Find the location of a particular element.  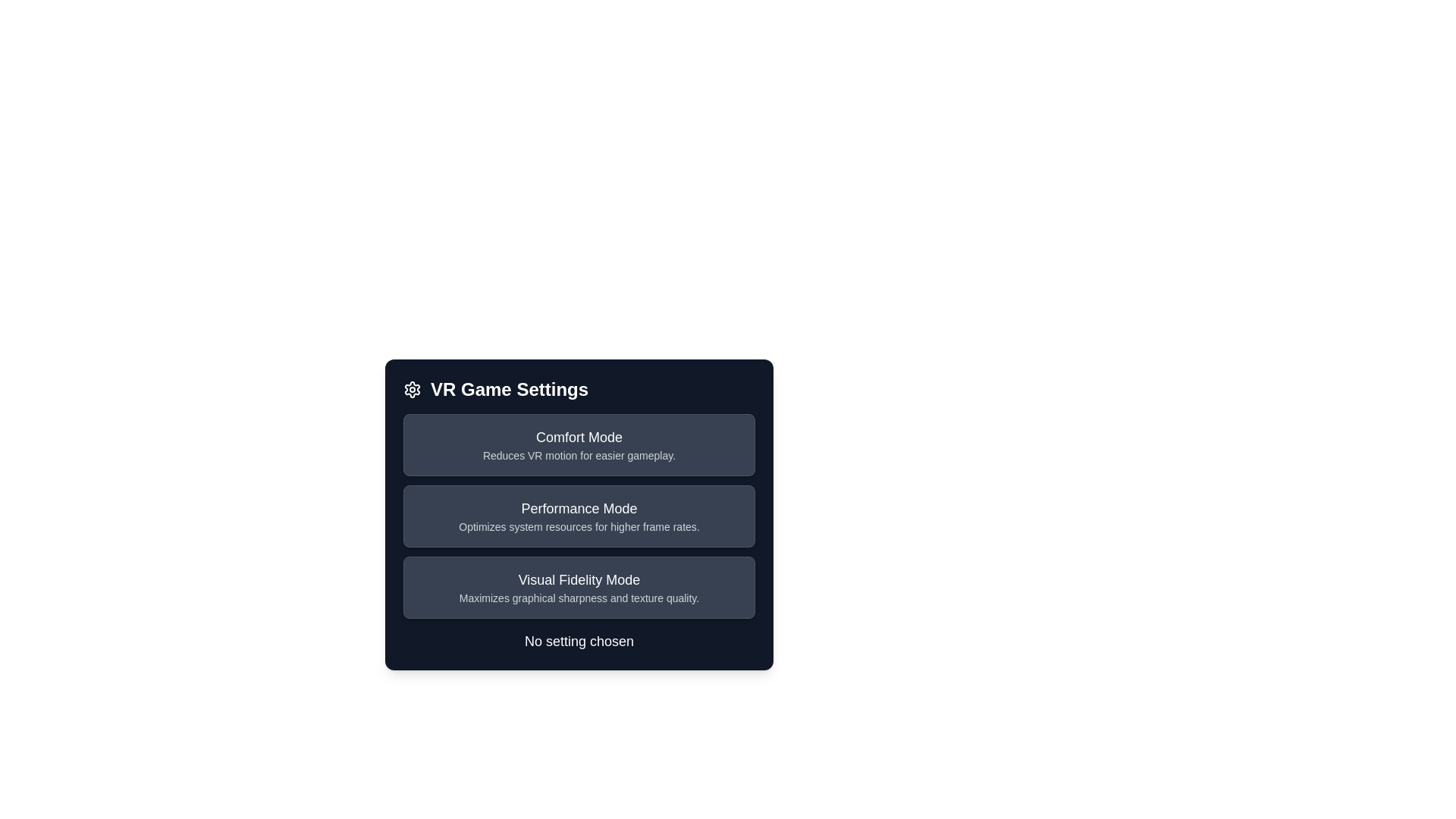

the 'Performance Mode' clickable list item in the 'VR Game Settings' is located at coordinates (578, 516).